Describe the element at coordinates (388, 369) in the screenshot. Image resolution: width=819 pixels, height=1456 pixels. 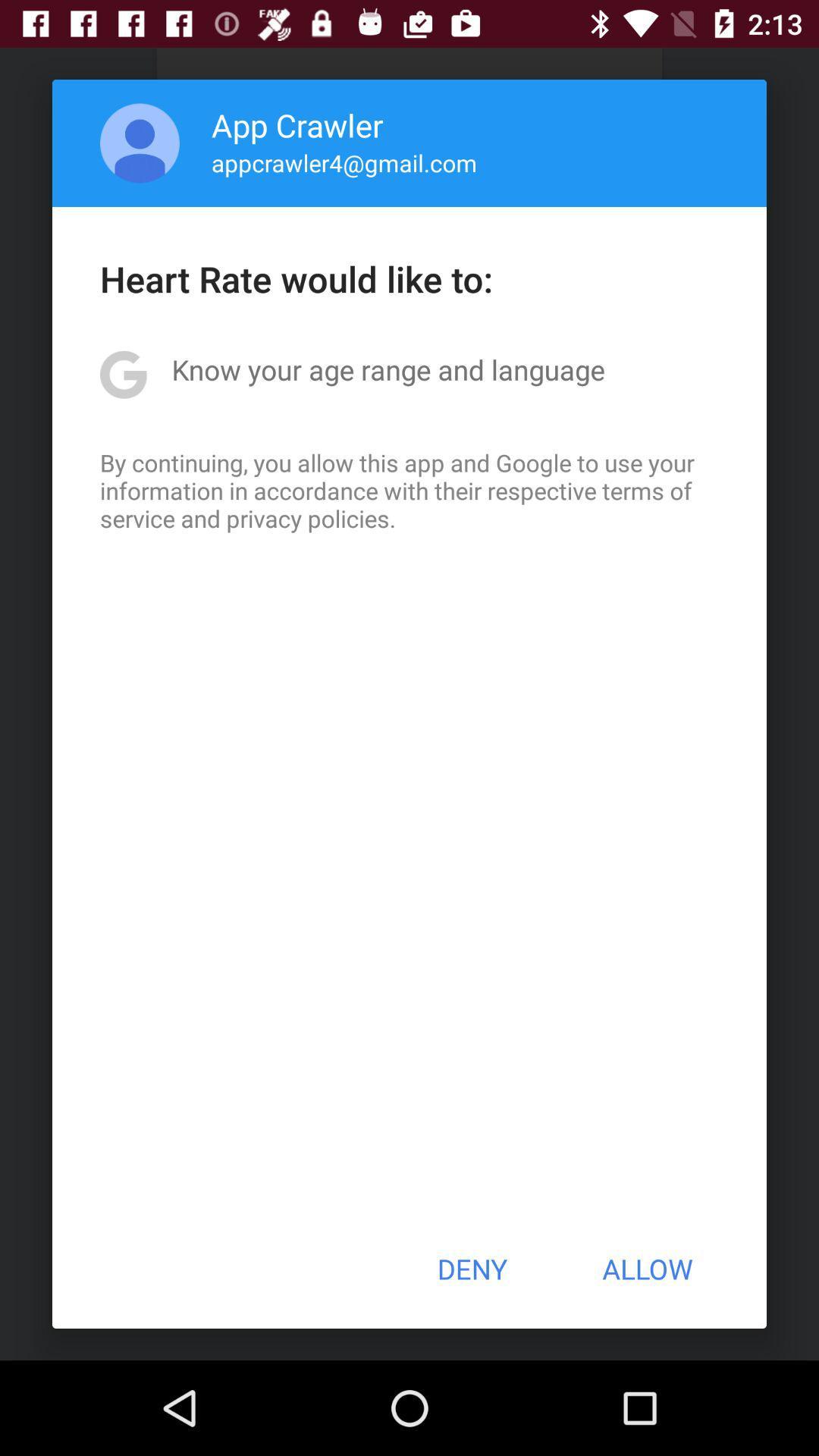
I see `item below the heart rate would` at that location.